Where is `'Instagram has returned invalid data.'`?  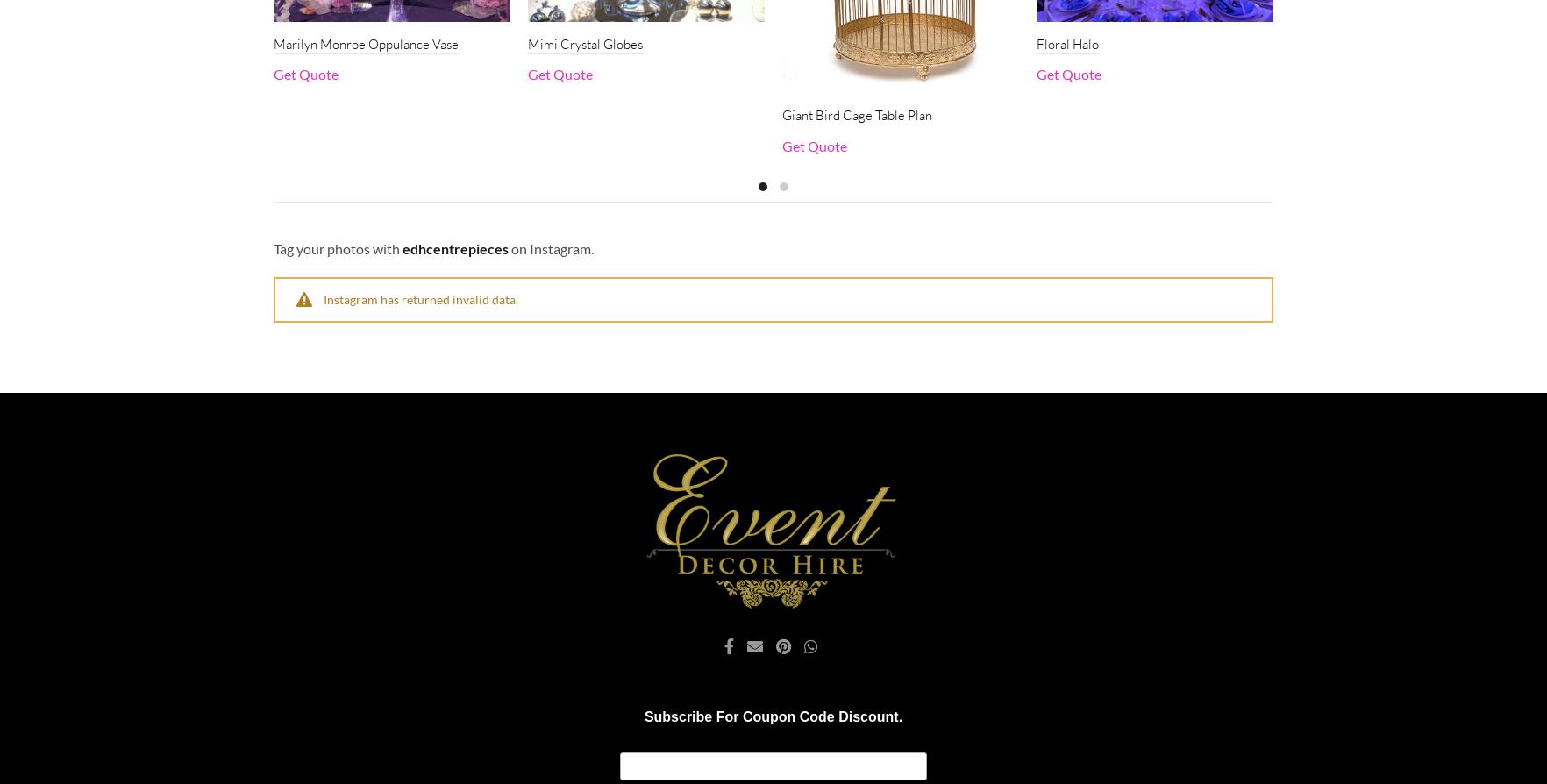
'Instagram has returned invalid data.' is located at coordinates (420, 298).